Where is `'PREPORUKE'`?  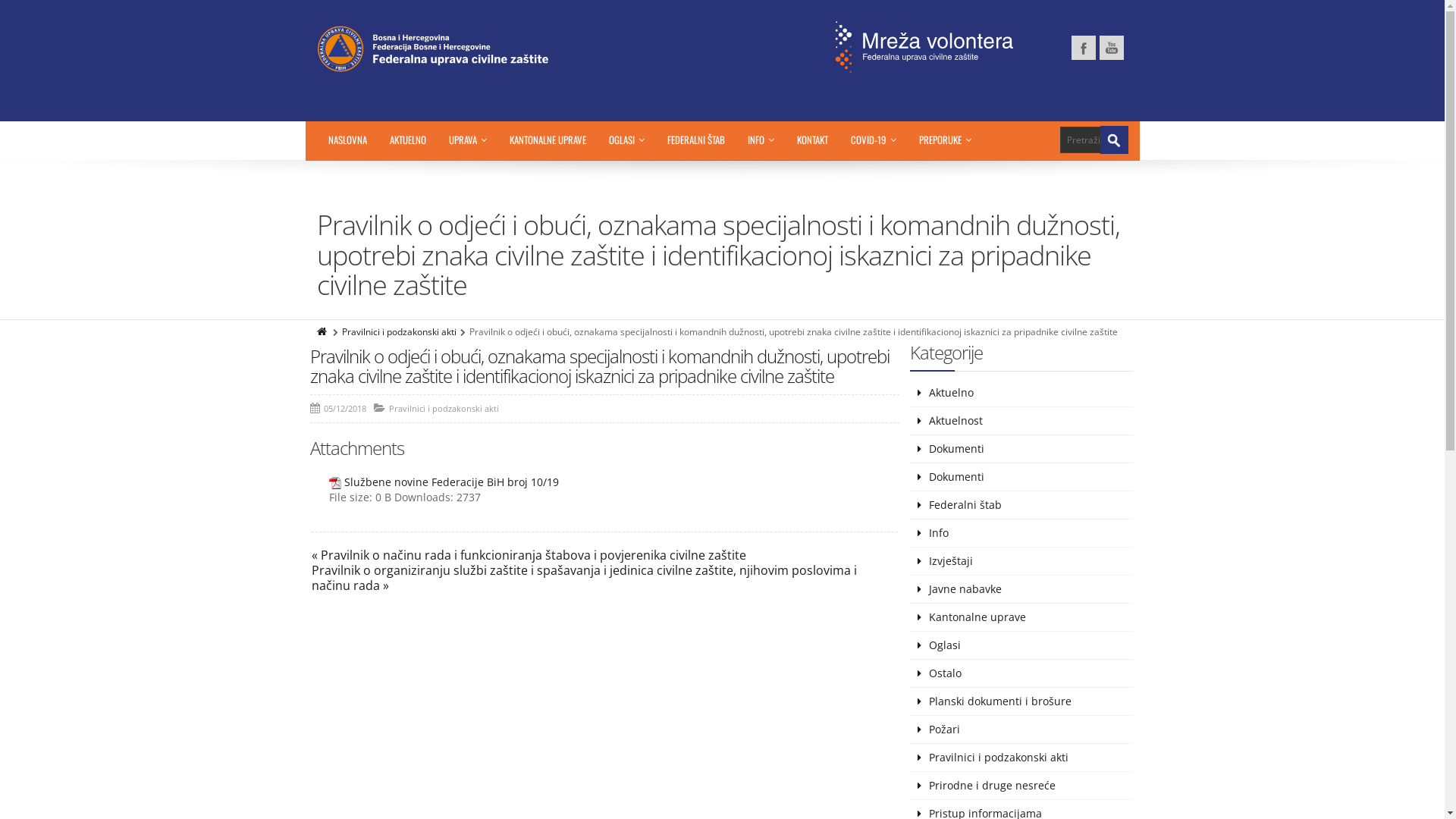
'PREPORUKE' is located at coordinates (943, 140).